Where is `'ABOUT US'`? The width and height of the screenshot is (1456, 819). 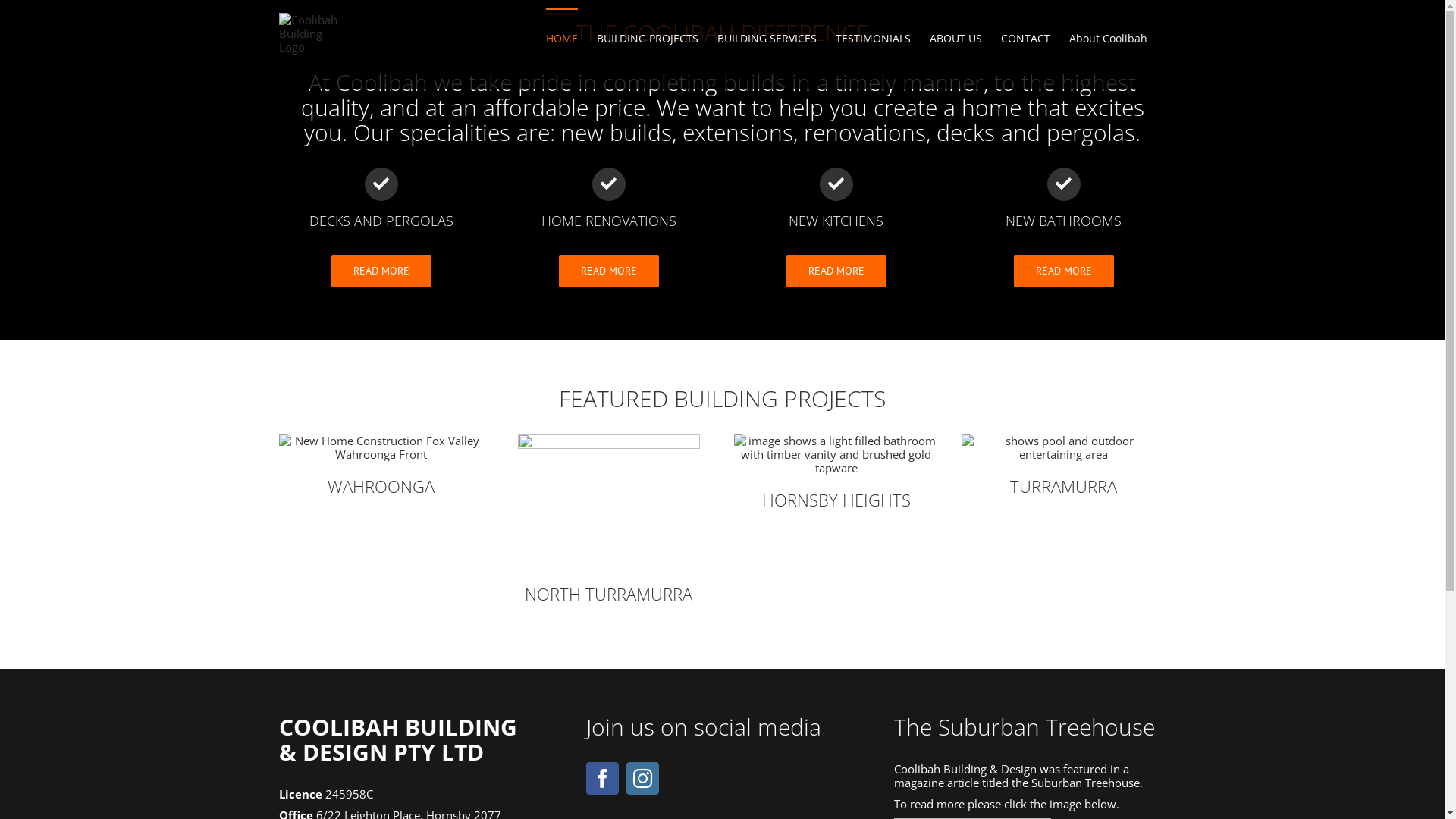
'ABOUT US' is located at coordinates (955, 36).